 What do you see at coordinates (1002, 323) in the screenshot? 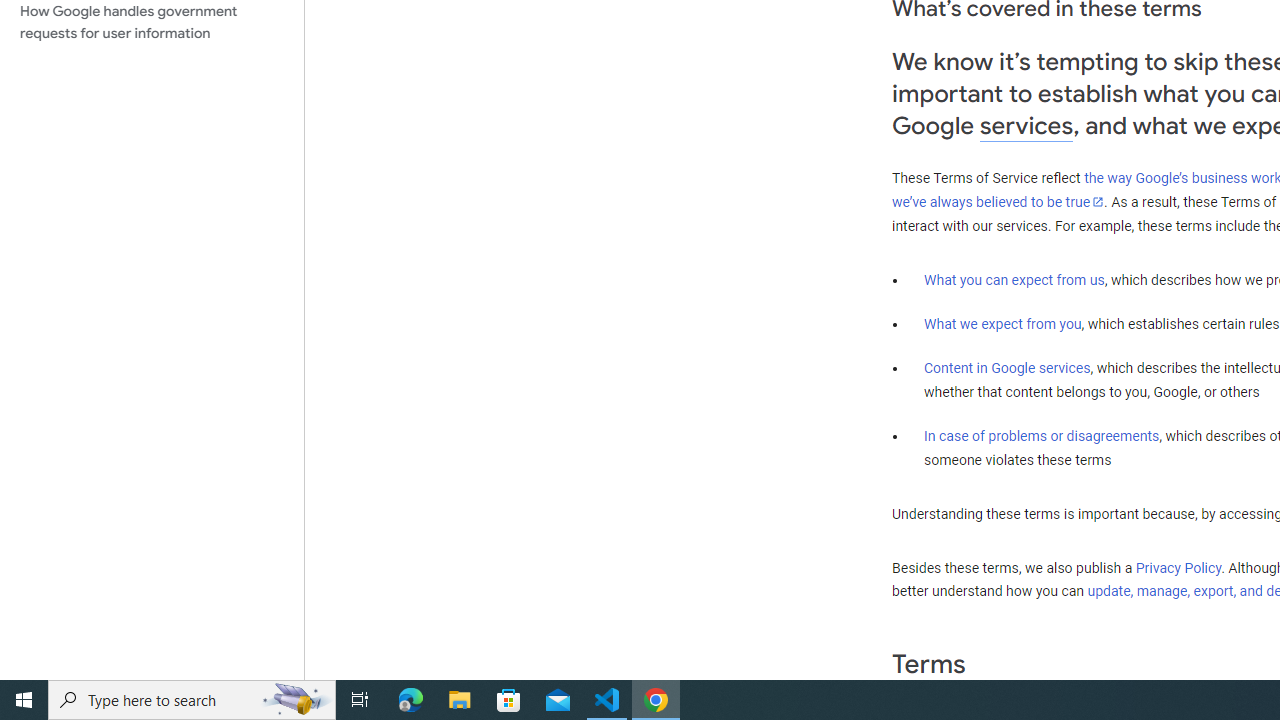
I see `'What we expect from you'` at bounding box center [1002, 323].